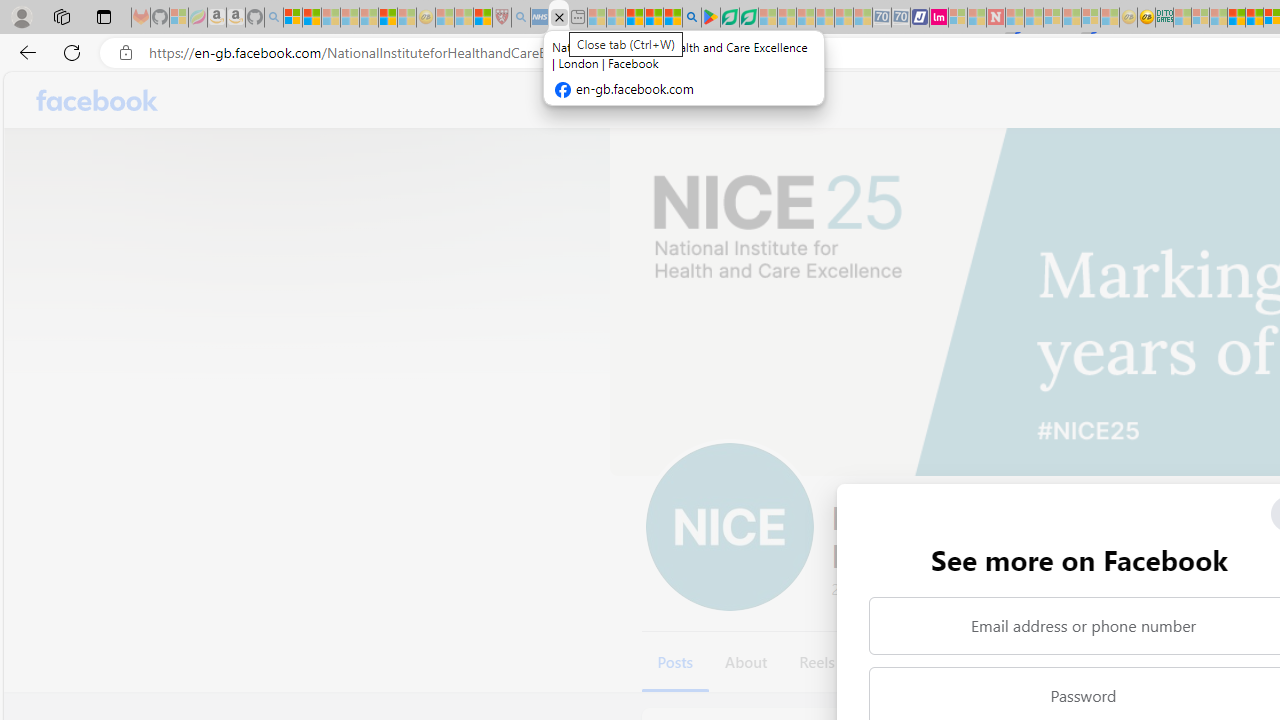  What do you see at coordinates (711, 17) in the screenshot?
I see `'Bluey: Let'` at bounding box center [711, 17].